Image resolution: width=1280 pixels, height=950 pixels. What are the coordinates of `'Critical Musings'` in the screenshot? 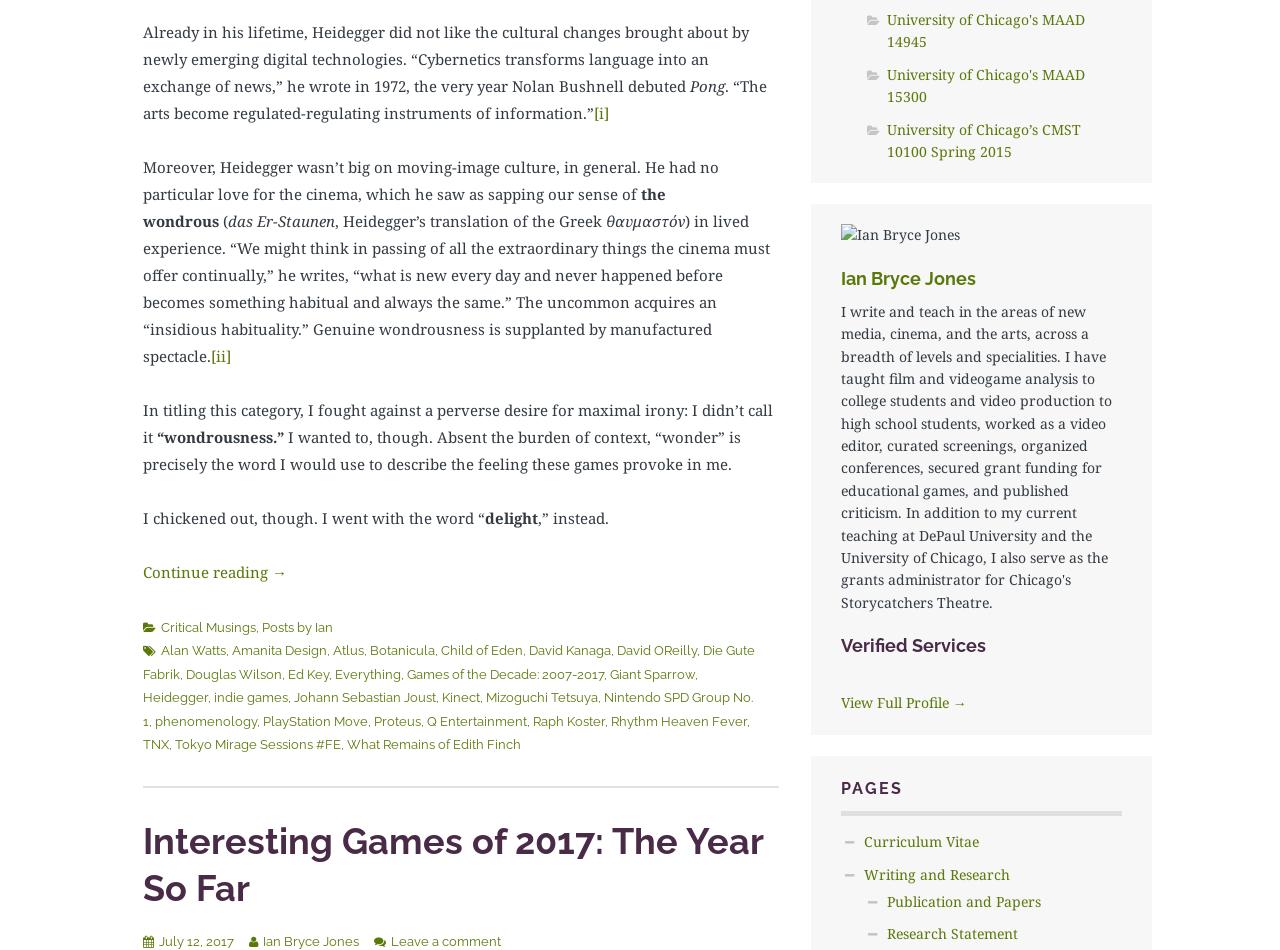 It's located at (208, 626).